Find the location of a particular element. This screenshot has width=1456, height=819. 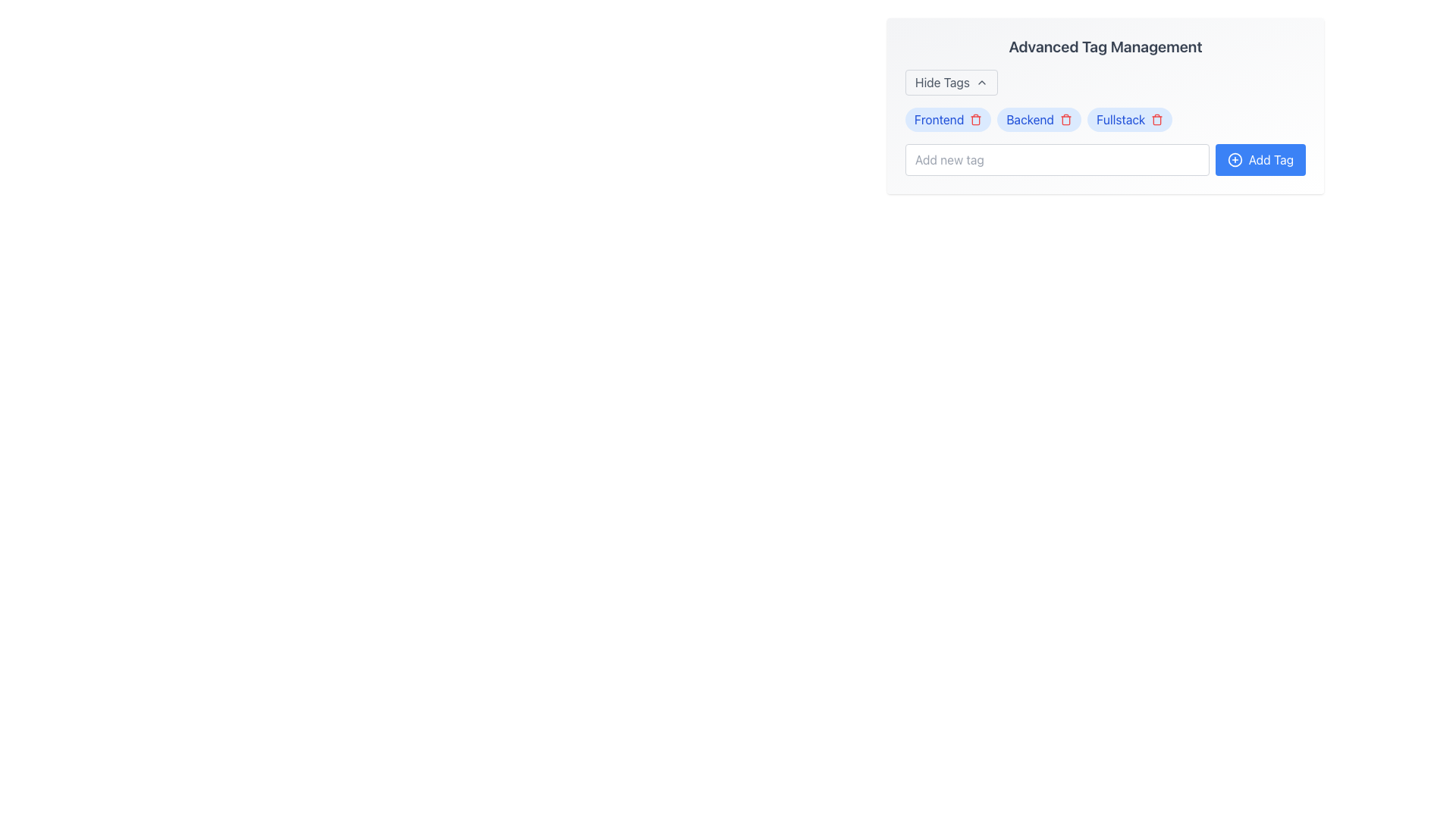

the 'Fullstack' badge component, which is the third badge in a horizontal list within the 'Advanced Tag Management' section is located at coordinates (1130, 119).